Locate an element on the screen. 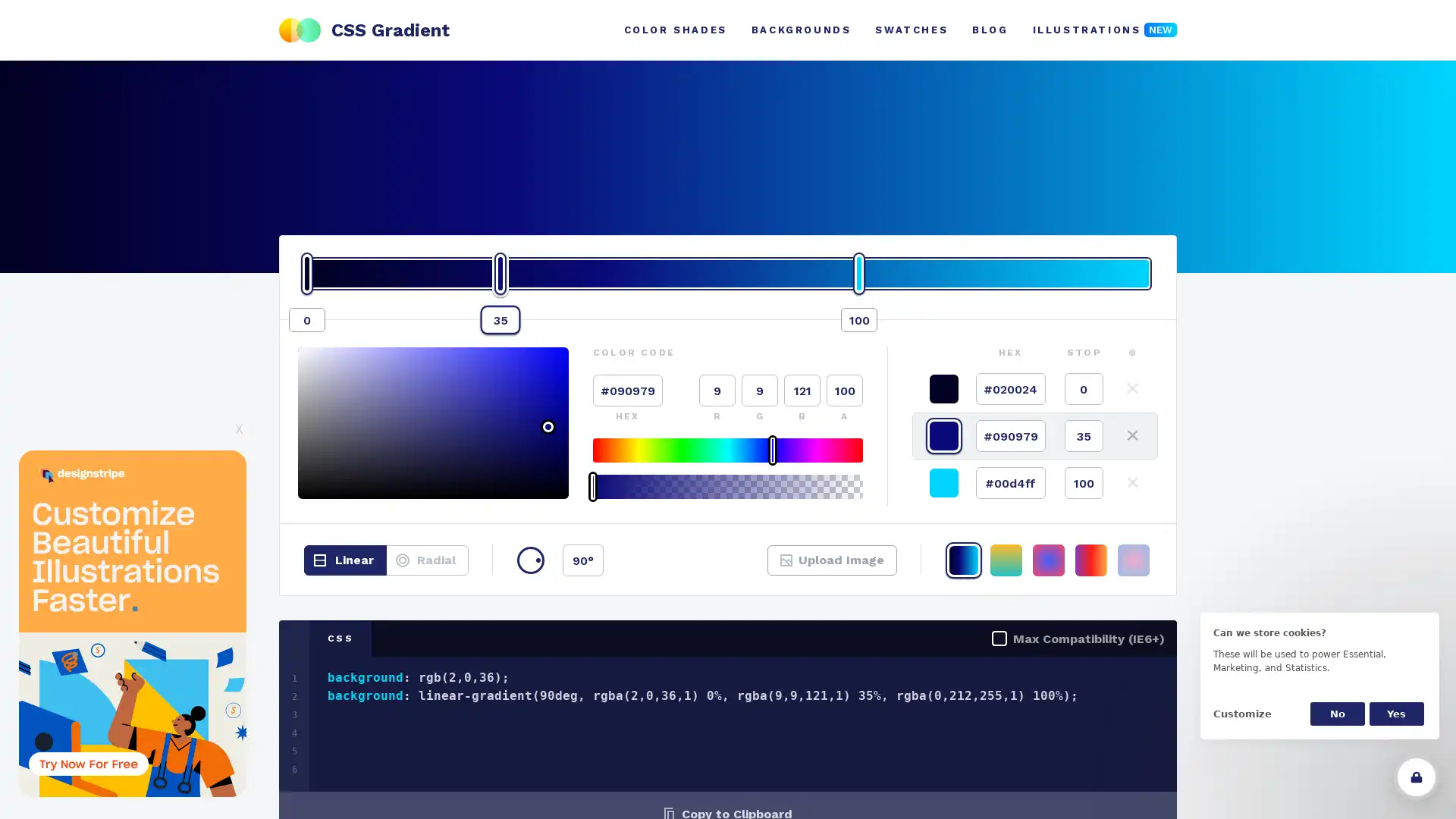 This screenshot has width=1456, height=819. Linear is located at coordinates (344, 560).